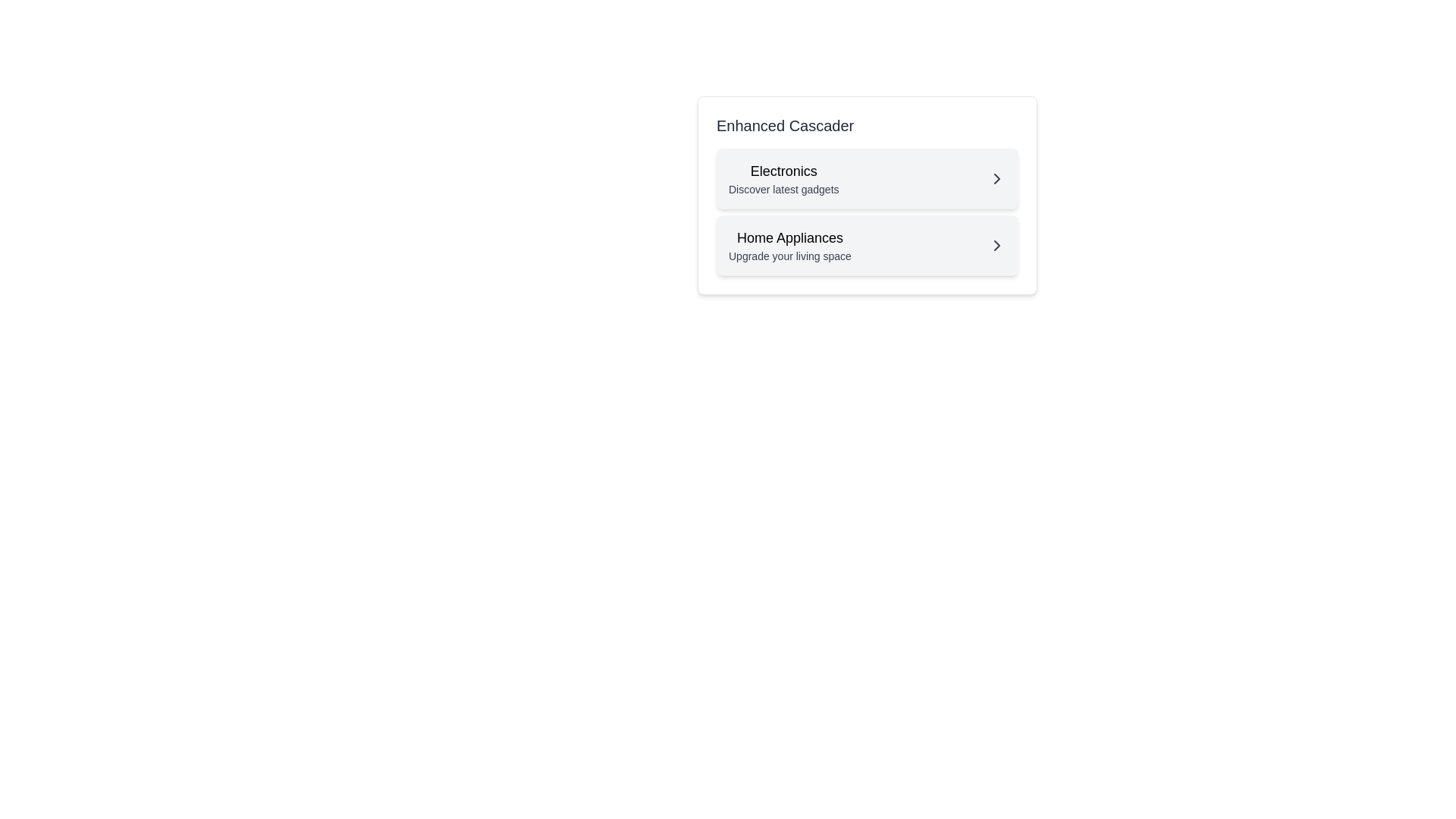  Describe the element at coordinates (997, 177) in the screenshot. I see `the rightward-pointing chevron icon located at the far-right side of the 'Electronics' section` at that location.